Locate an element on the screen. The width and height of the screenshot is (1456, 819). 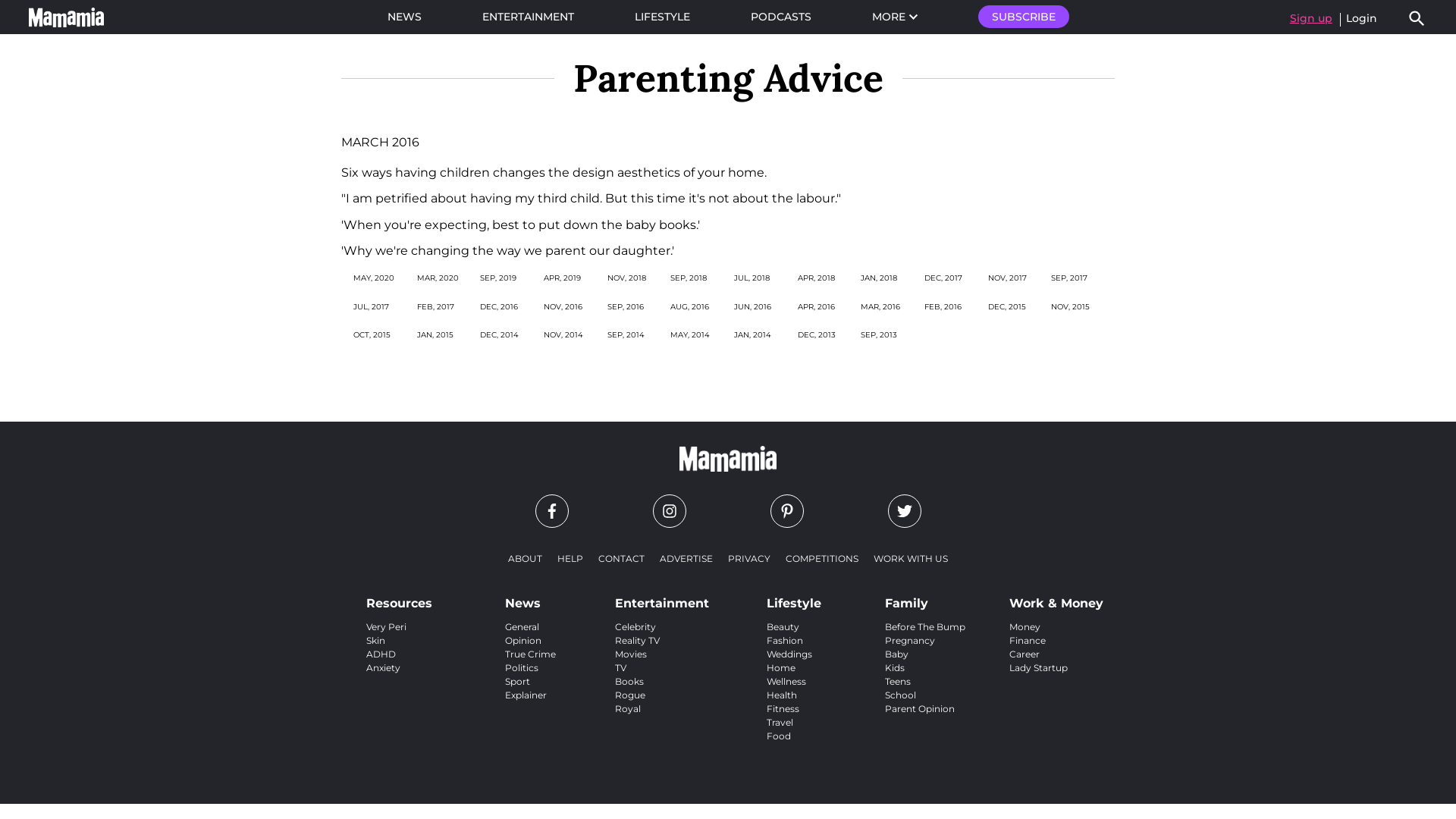
'FEB, 2017' is located at coordinates (435, 306).